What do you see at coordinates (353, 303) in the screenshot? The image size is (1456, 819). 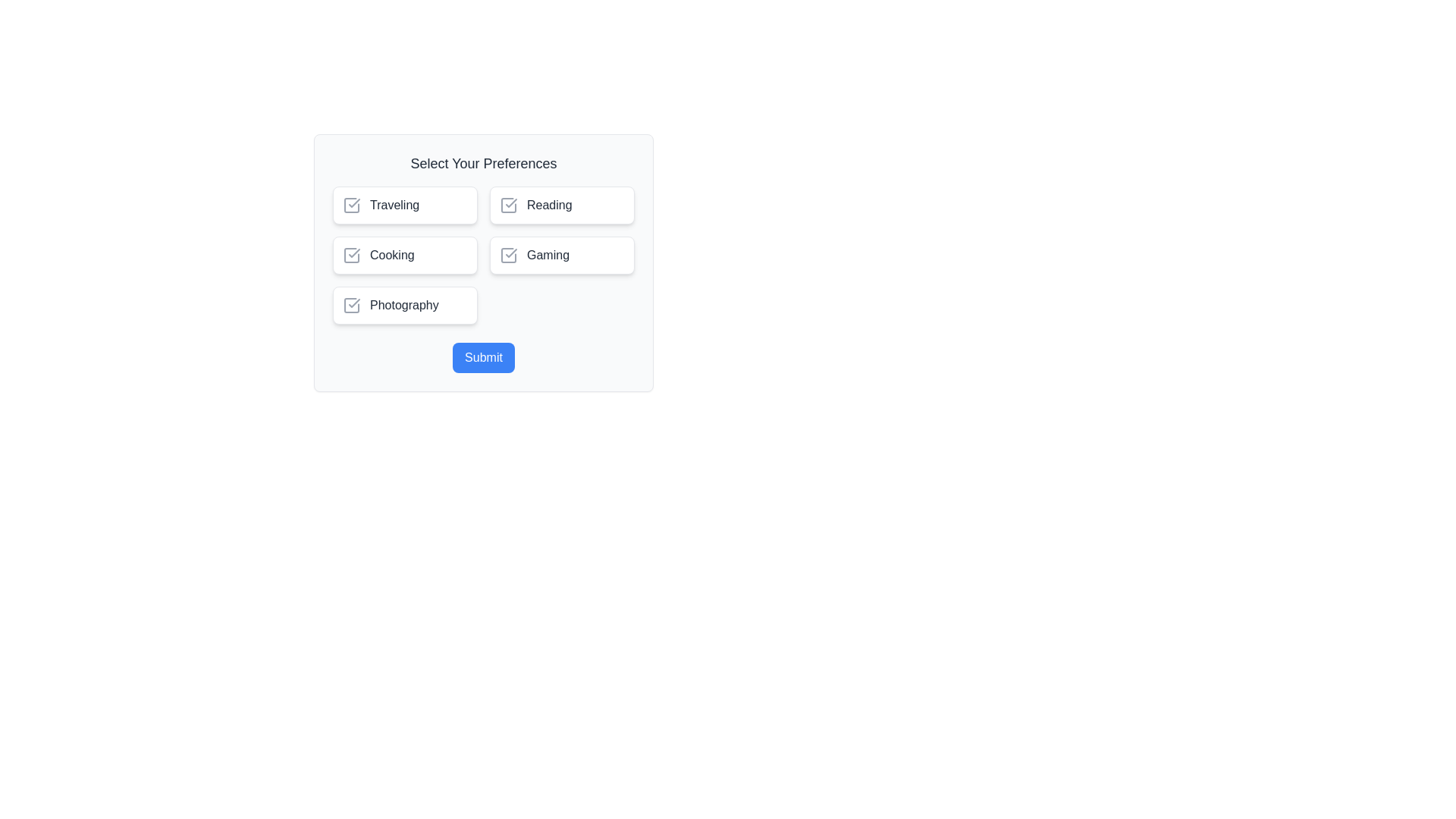 I see `the checkmark icon that indicates the 'Photography' option is selected, located to the left of the 'Photography' label` at bounding box center [353, 303].